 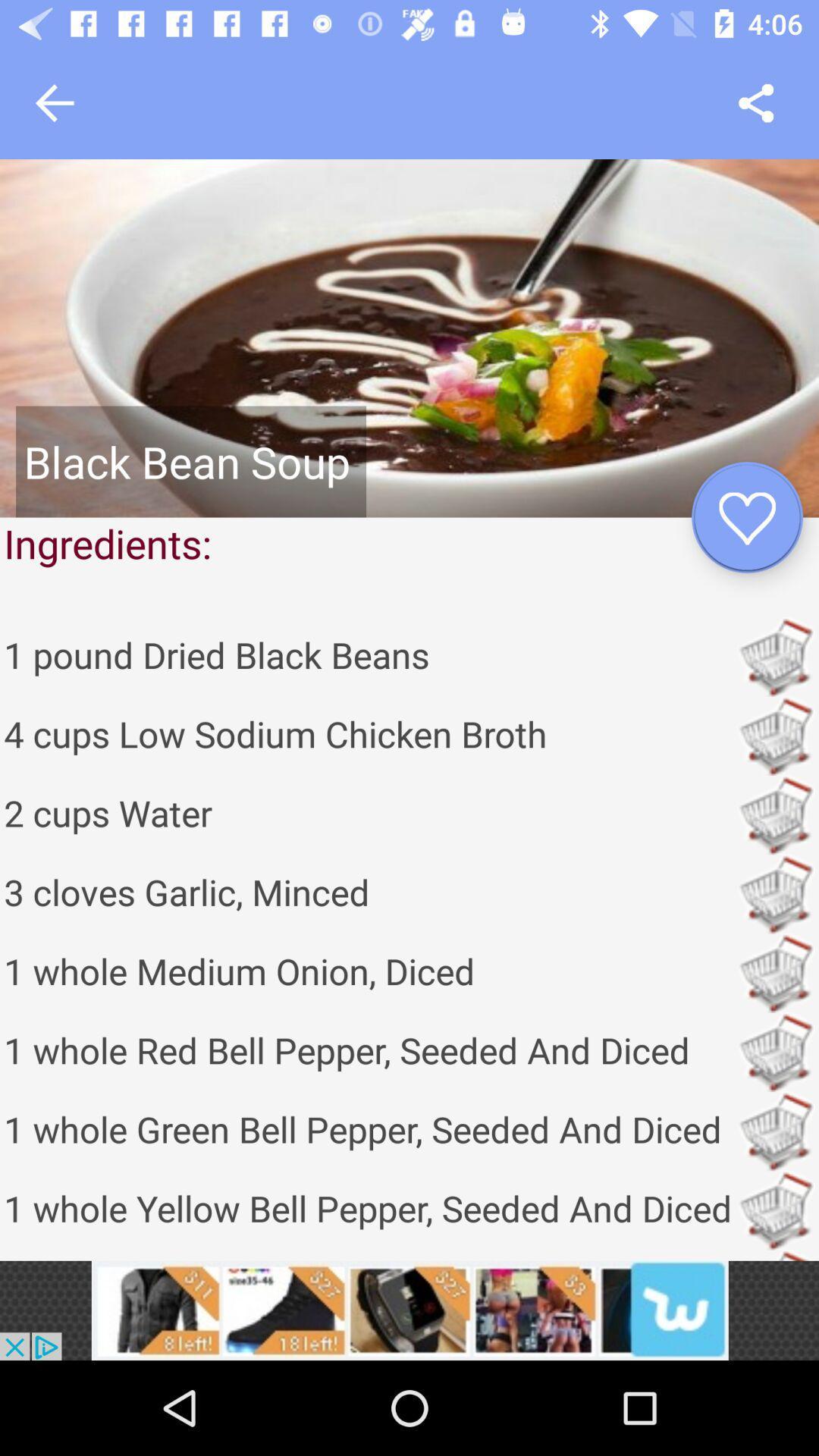 I want to click on share recipe, so click(x=756, y=102).